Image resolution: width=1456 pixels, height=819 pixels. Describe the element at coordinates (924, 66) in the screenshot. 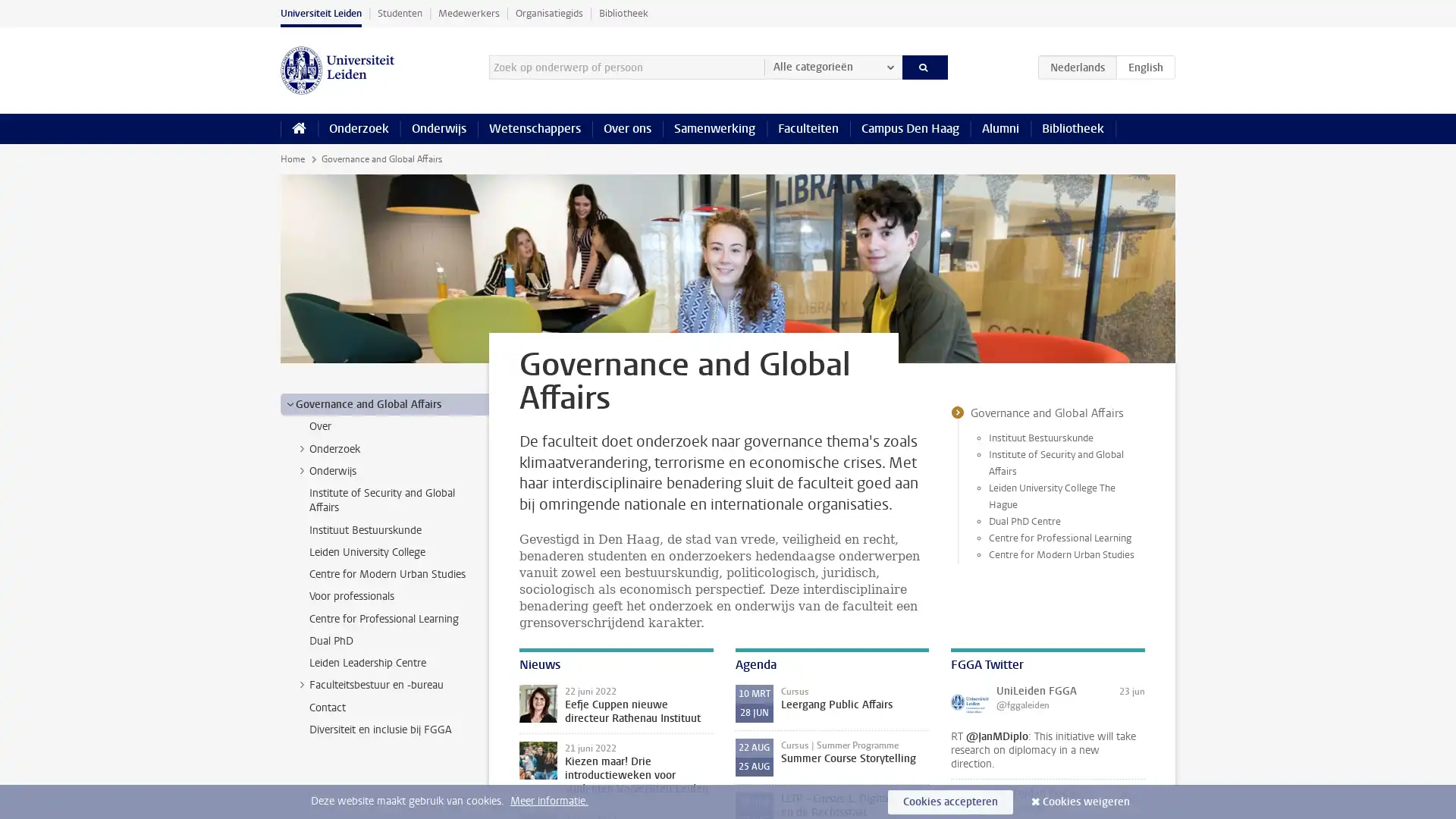

I see `Zoeken` at that location.